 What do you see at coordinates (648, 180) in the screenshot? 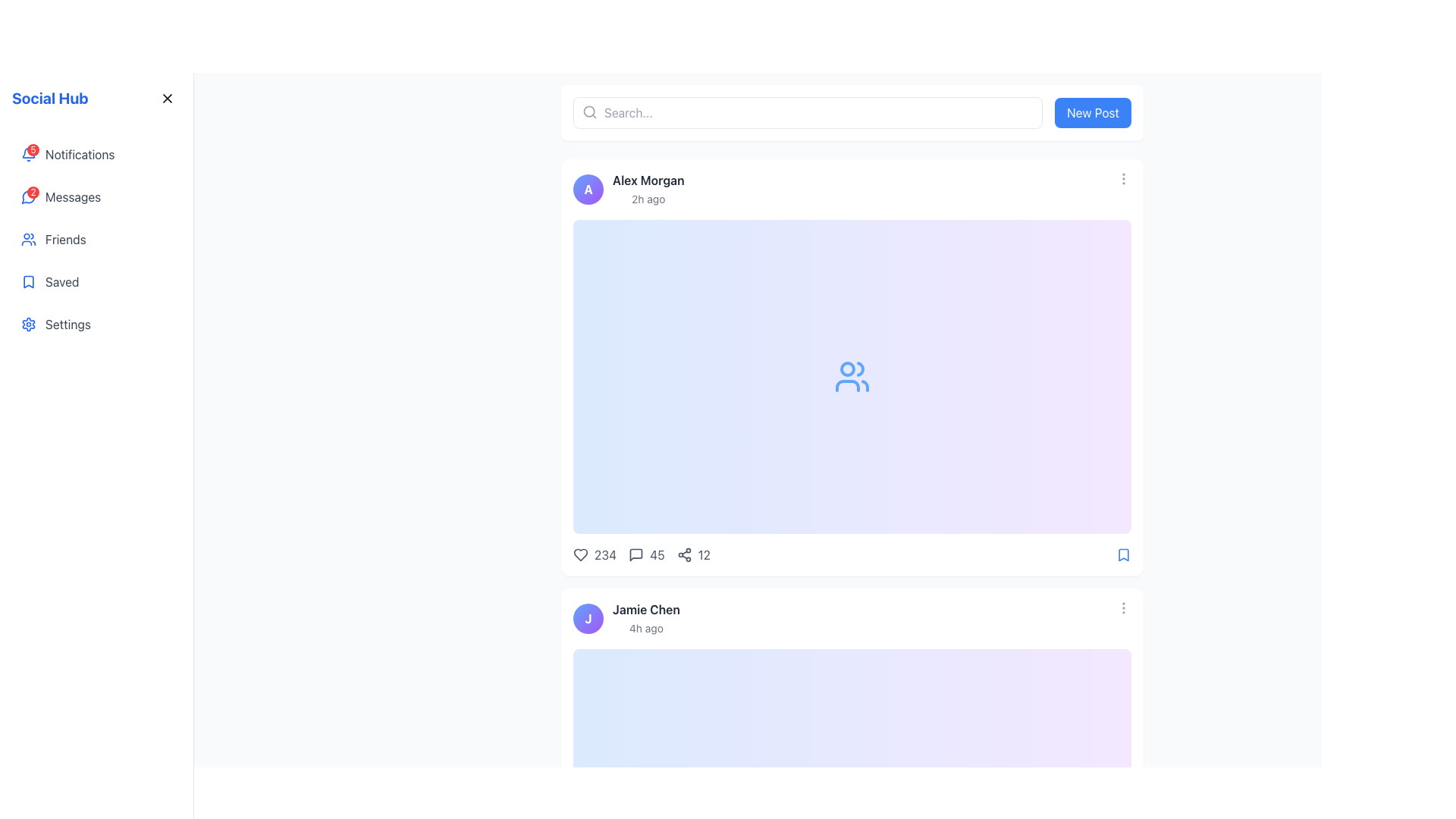
I see `text label displaying the author's name located at the top-left of the post content box, above the '2h ago' text` at bounding box center [648, 180].